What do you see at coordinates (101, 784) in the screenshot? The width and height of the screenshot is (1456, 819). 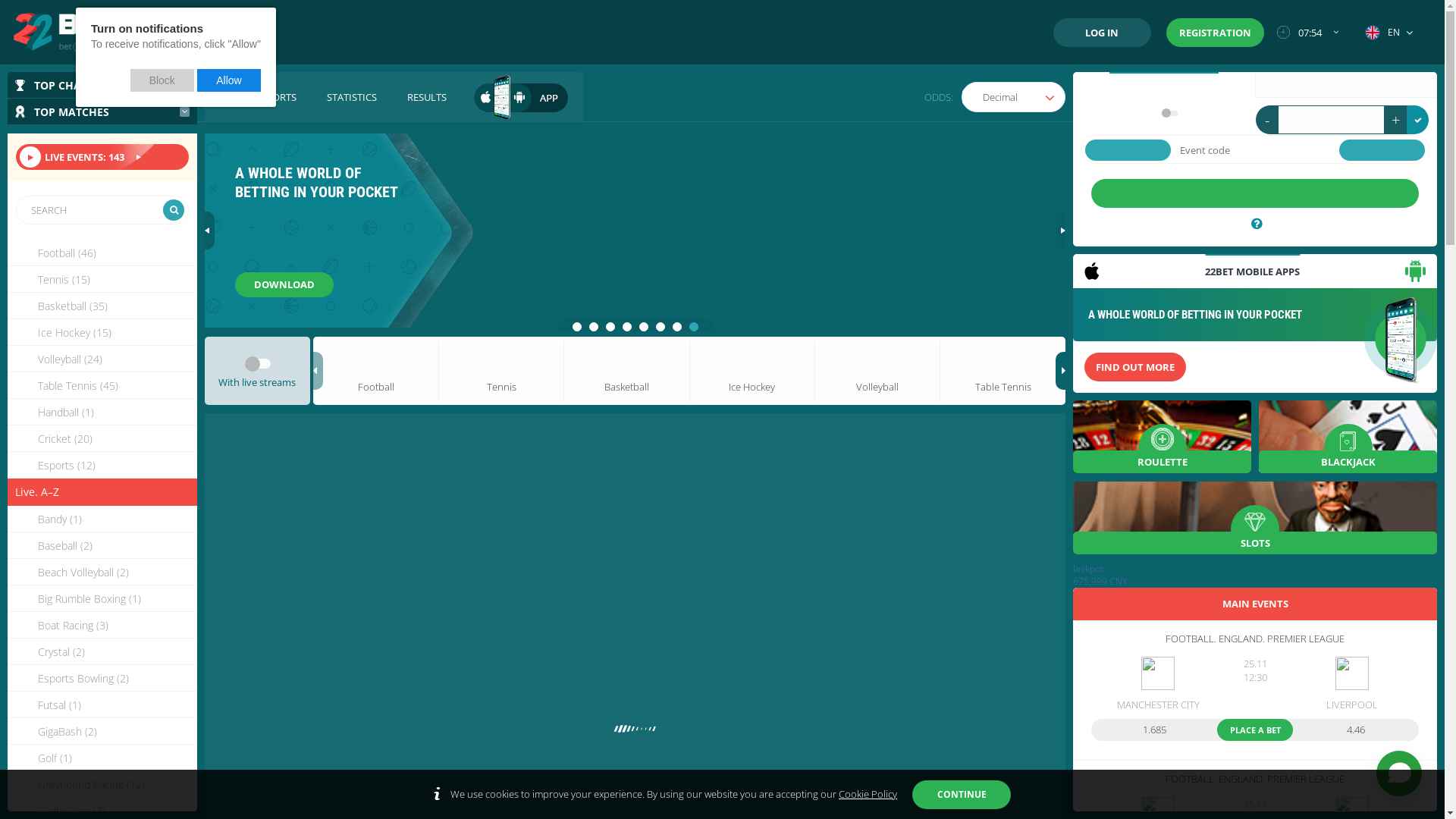 I see `'Greyhound Racing` at bounding box center [101, 784].